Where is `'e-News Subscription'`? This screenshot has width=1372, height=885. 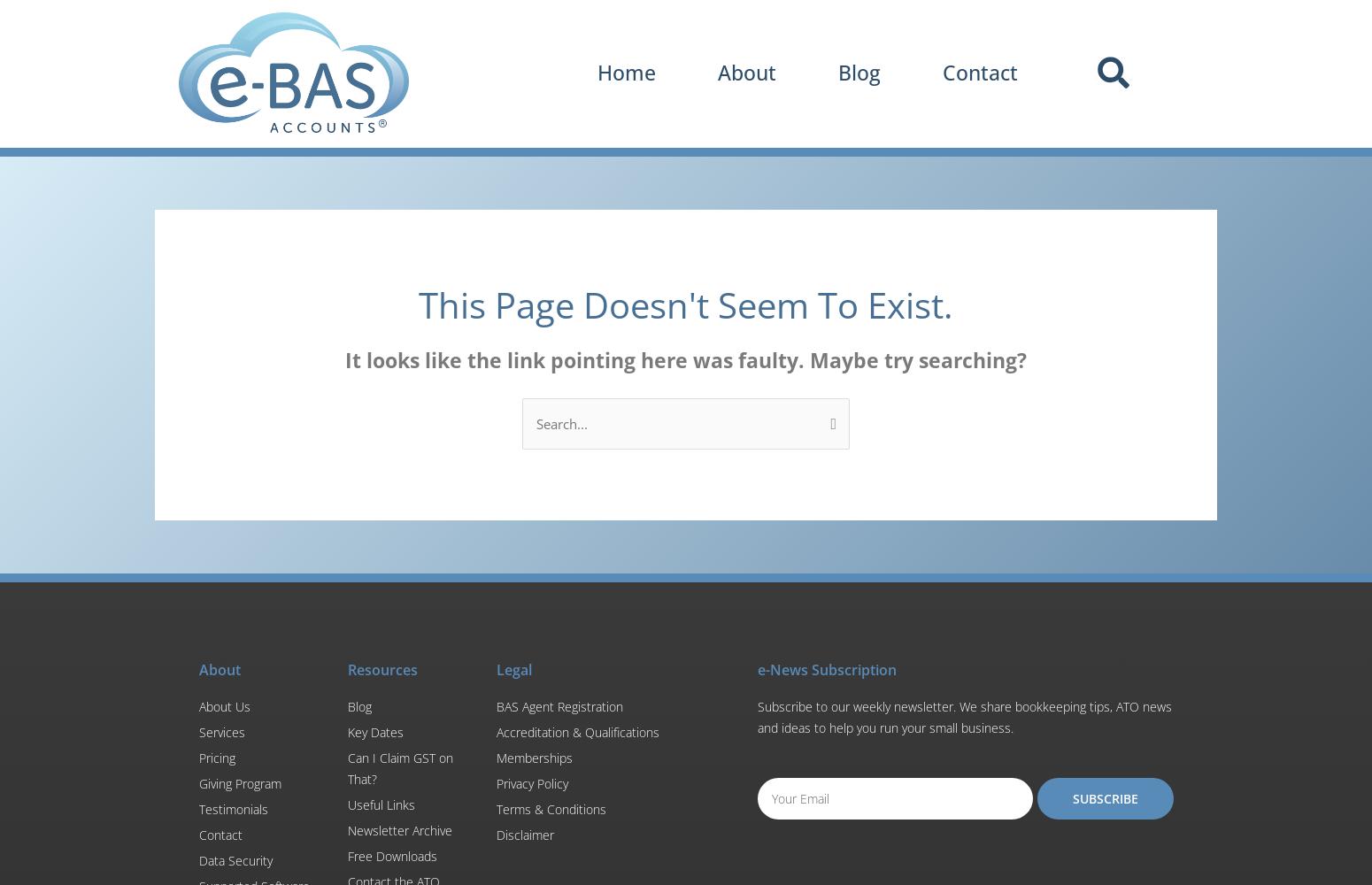
'e-News Subscription' is located at coordinates (756, 669).